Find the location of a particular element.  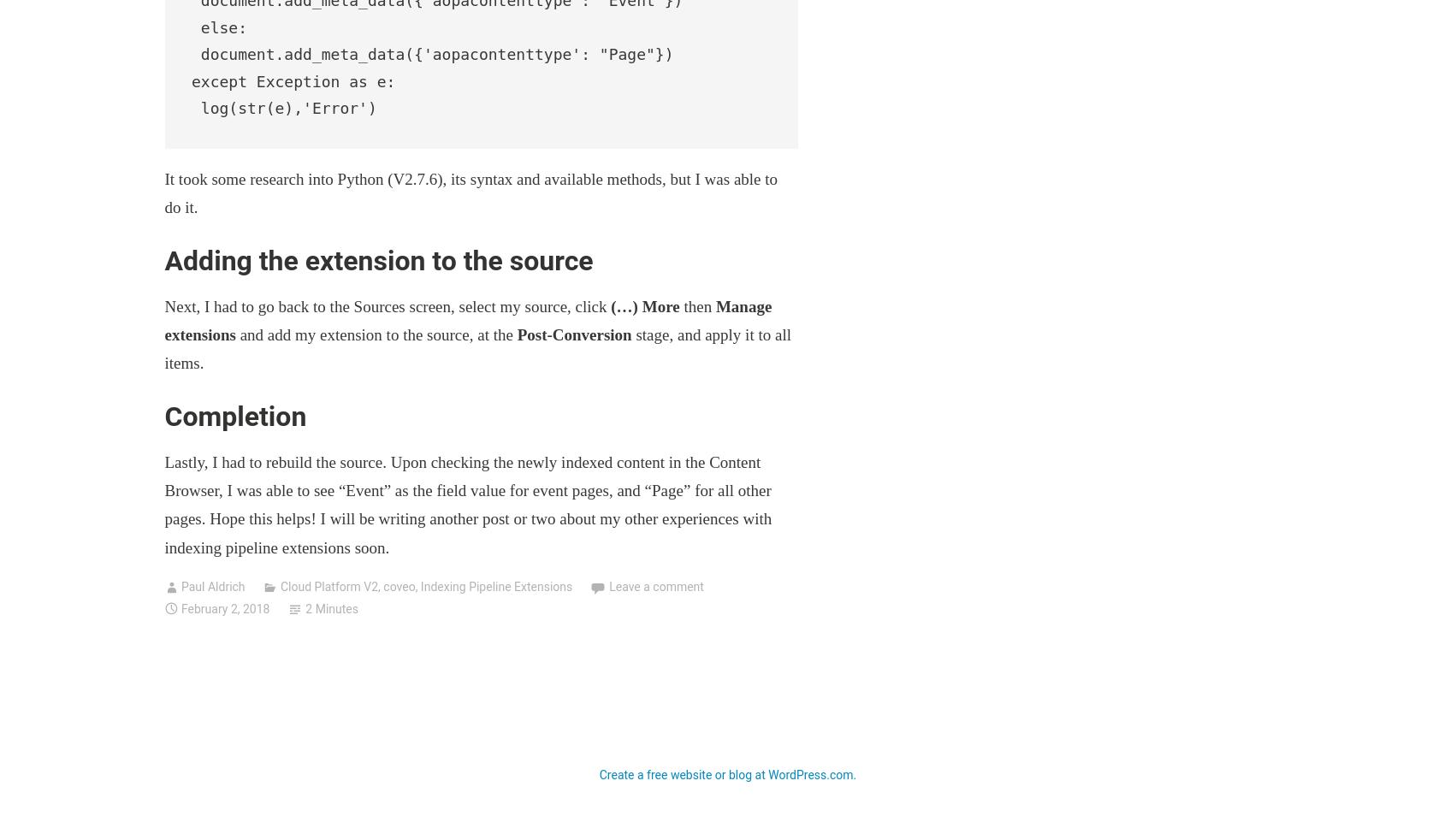

'Completion' is located at coordinates (234, 416).